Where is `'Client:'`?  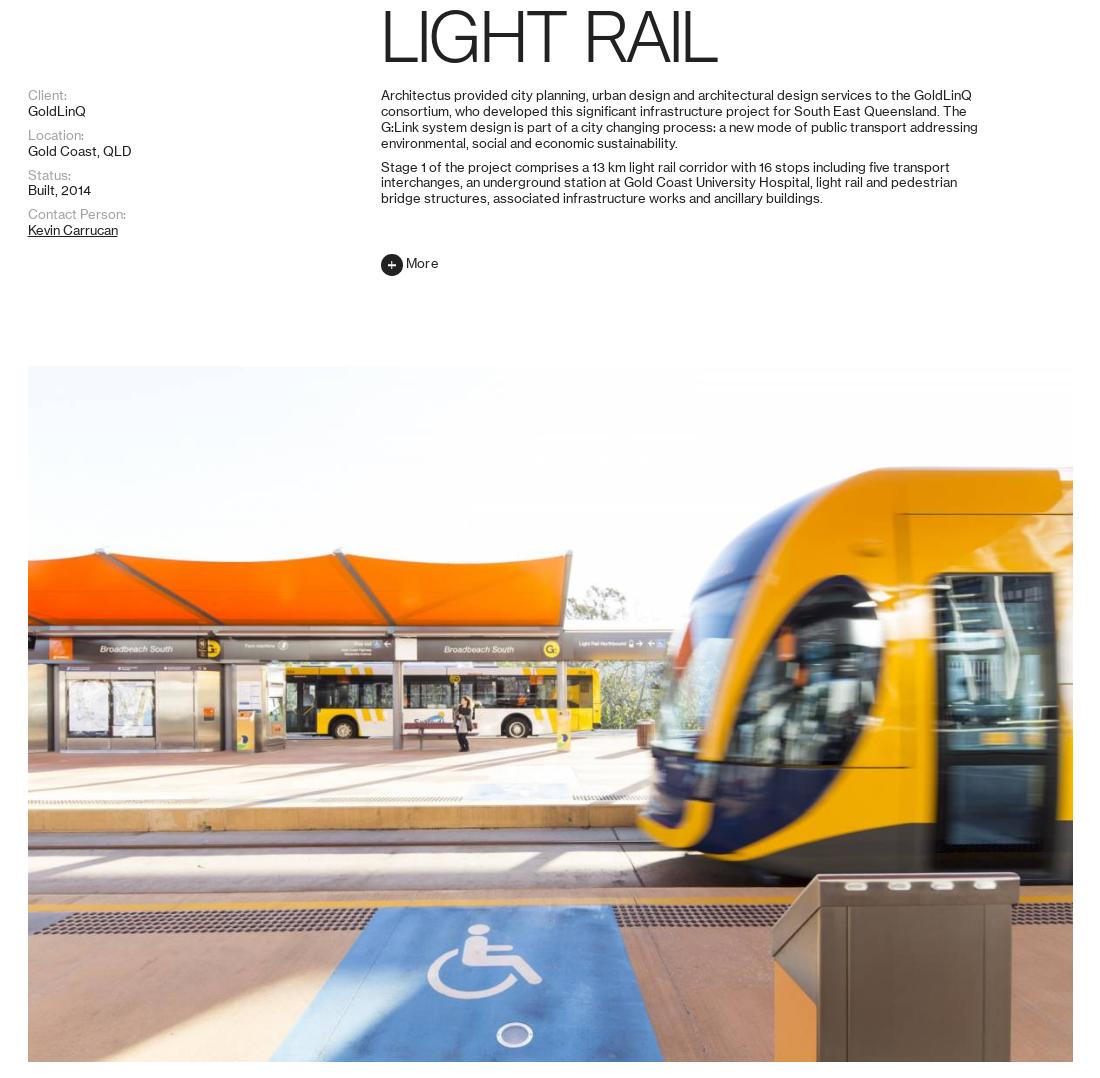
'Client:' is located at coordinates (45, 889).